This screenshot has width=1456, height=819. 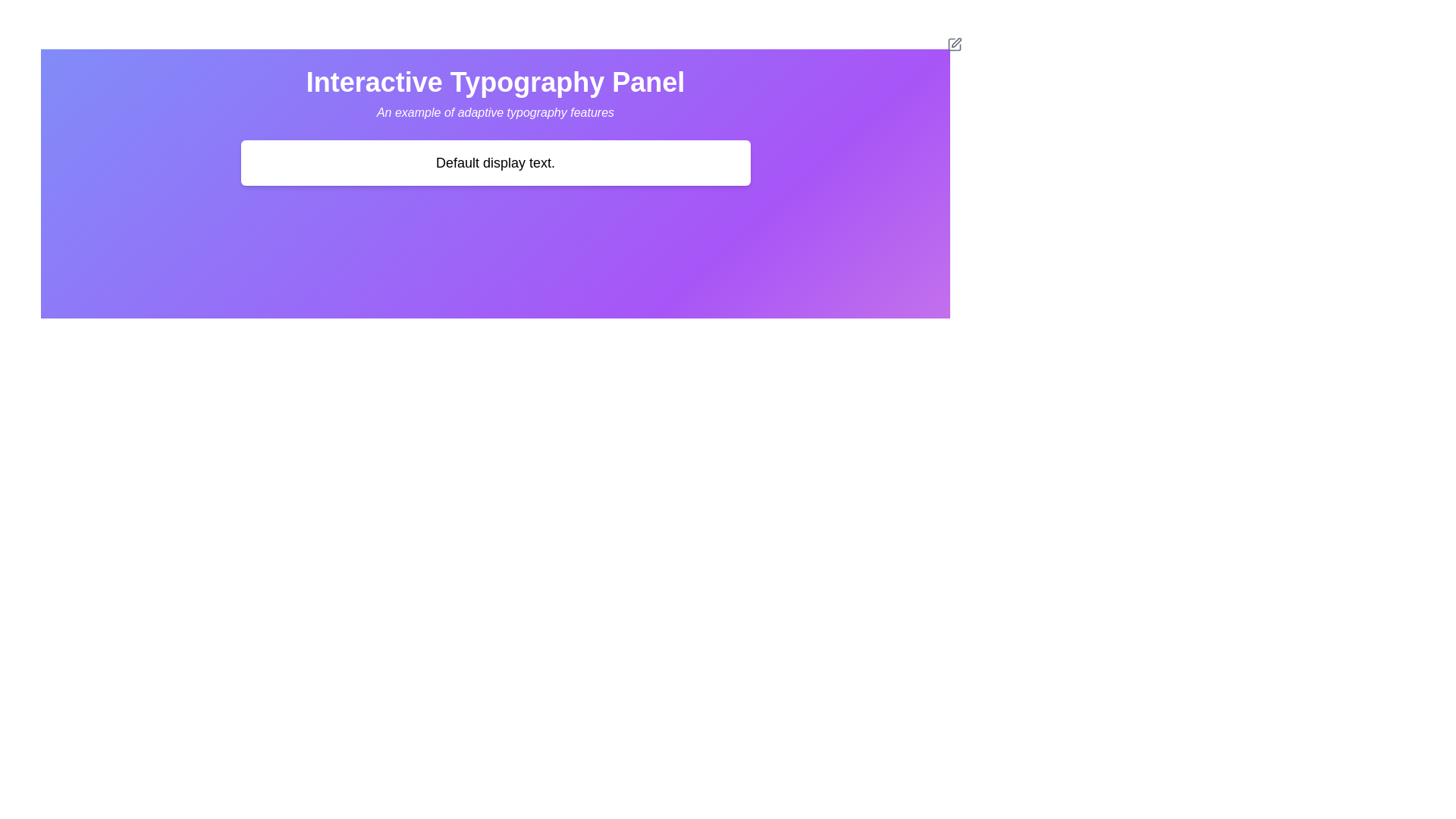 I want to click on the Text block titled 'Interactive Typography Panel' with the subtitle 'An example of adaptive typography features' which is located at the top center of the interface, so click(x=495, y=94).